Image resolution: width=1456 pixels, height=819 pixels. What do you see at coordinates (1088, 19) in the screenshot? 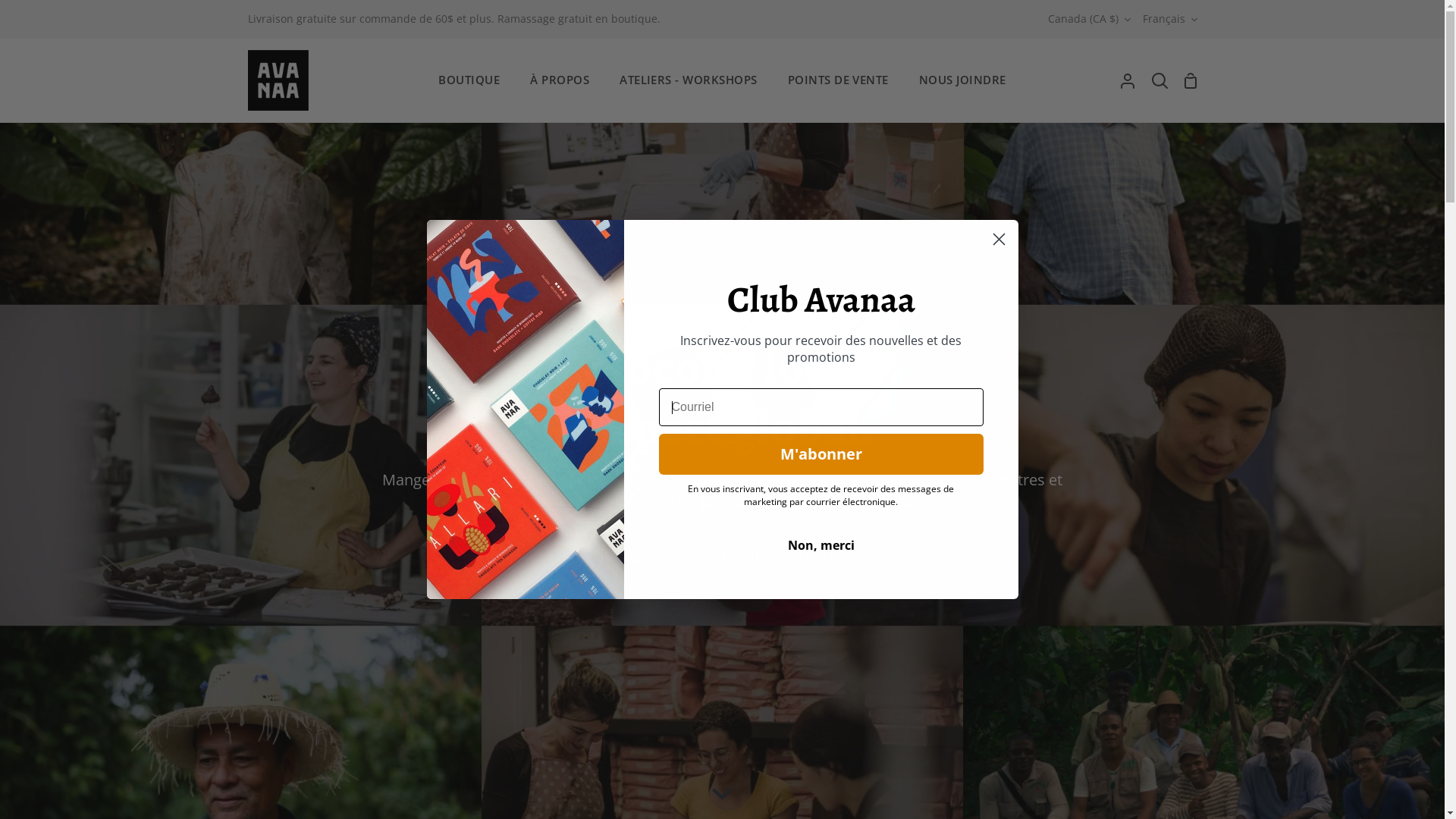
I see `'Canada (CA $)'` at bounding box center [1088, 19].